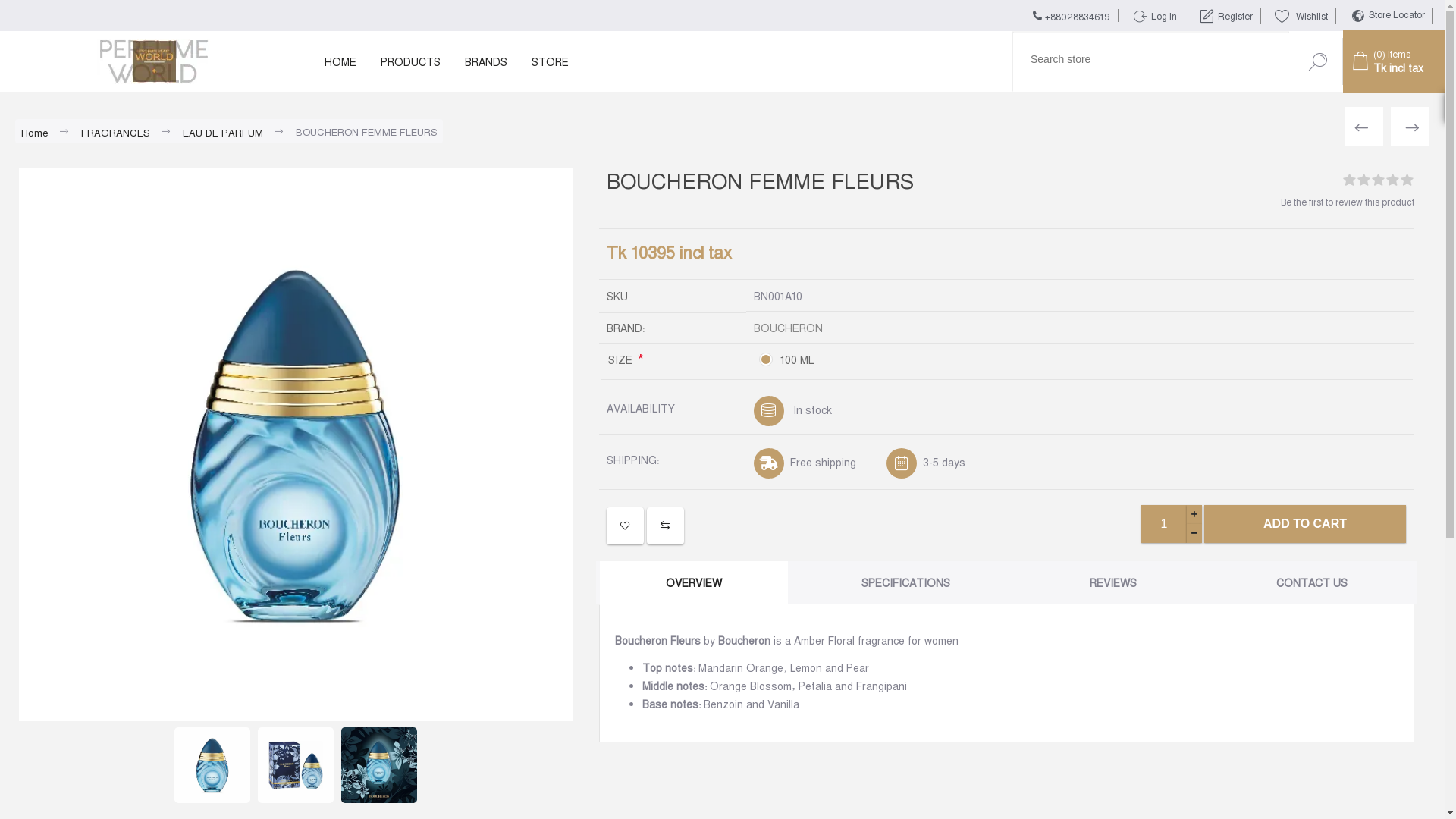 The image size is (1456, 819). Describe the element at coordinates (410, 61) in the screenshot. I see `'PRODUCTS'` at that location.